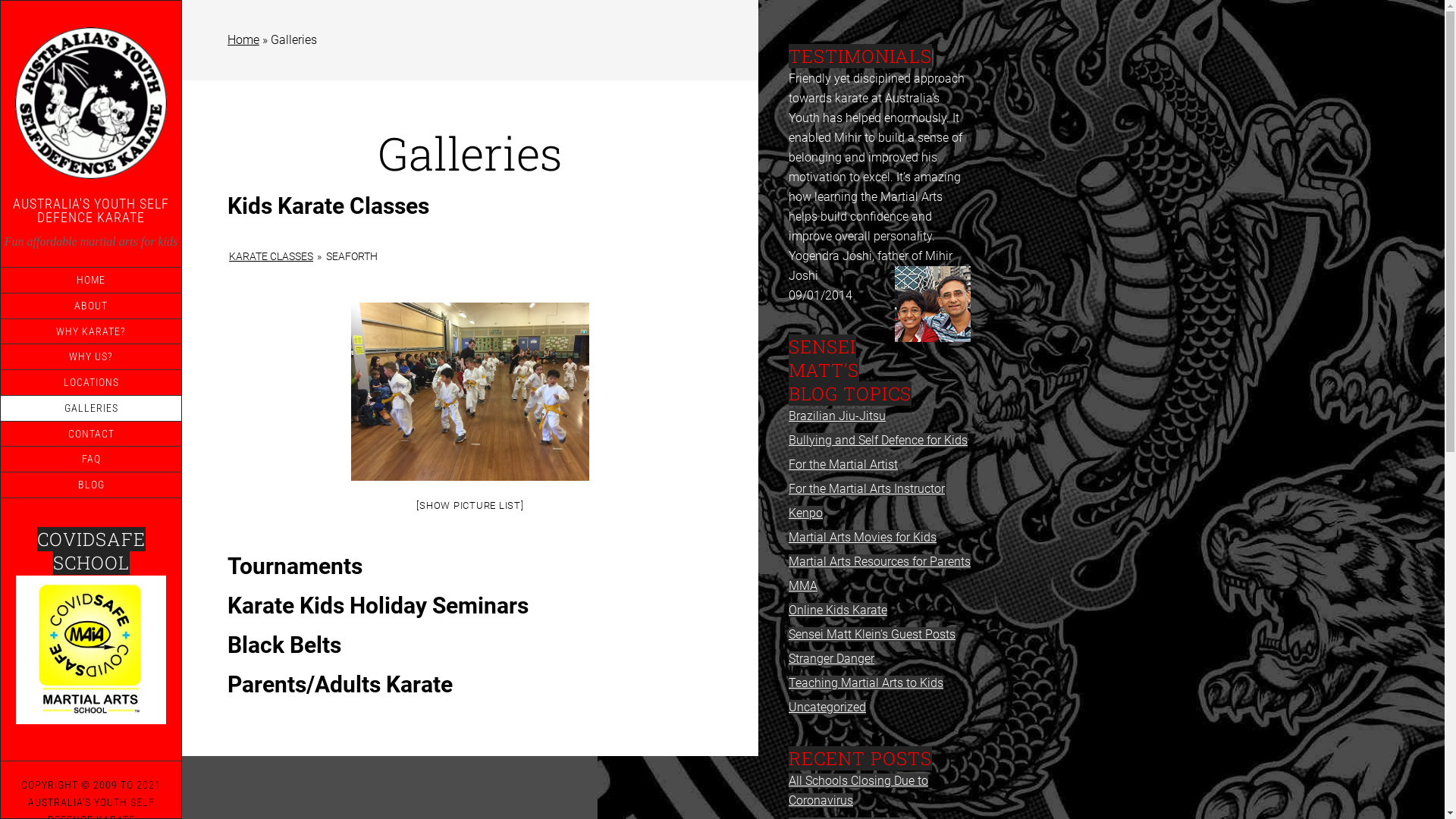  I want to click on 'For the Martial Artist', so click(843, 463).